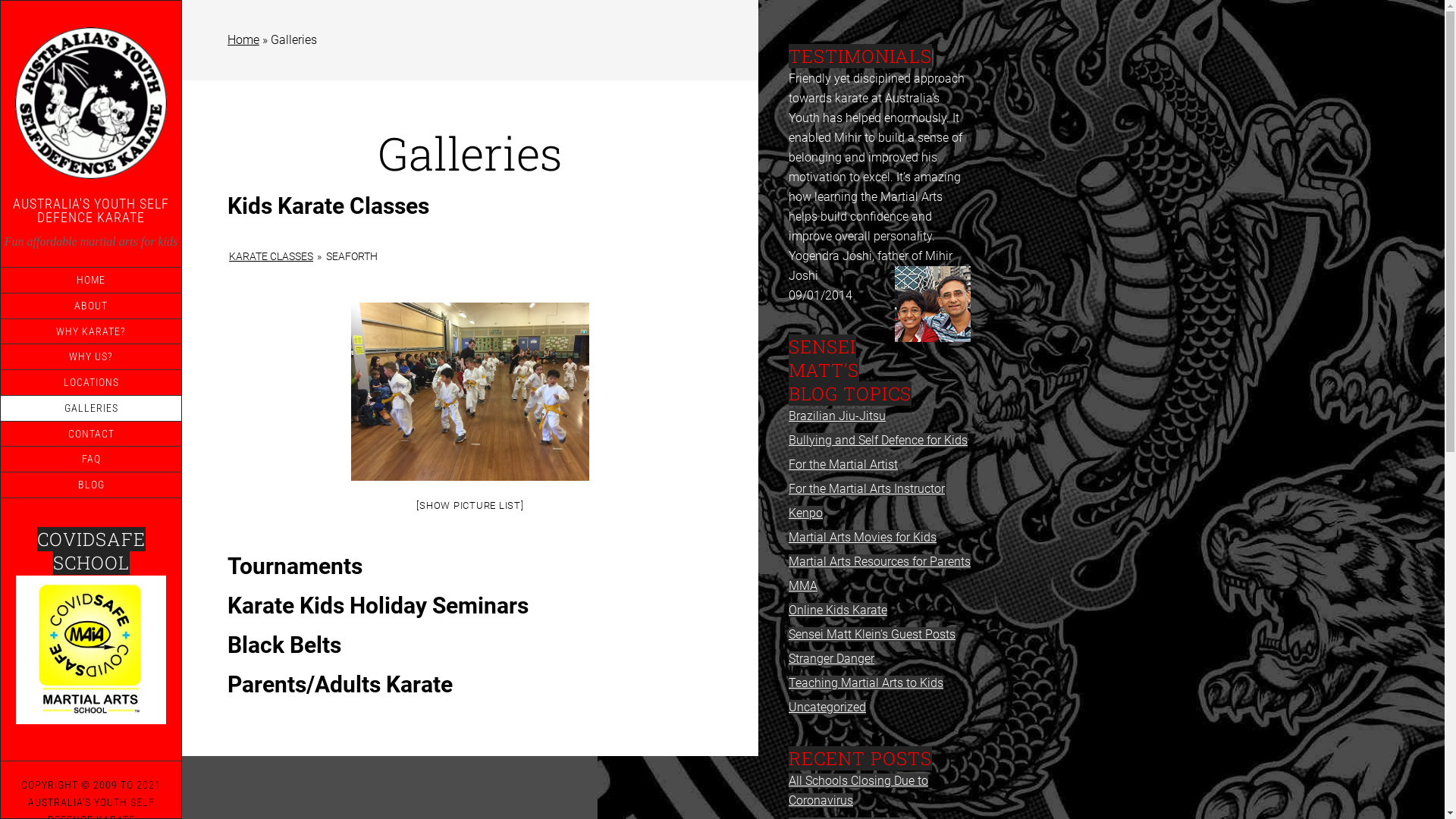  I want to click on 'For the Martial Artist', so click(843, 463).